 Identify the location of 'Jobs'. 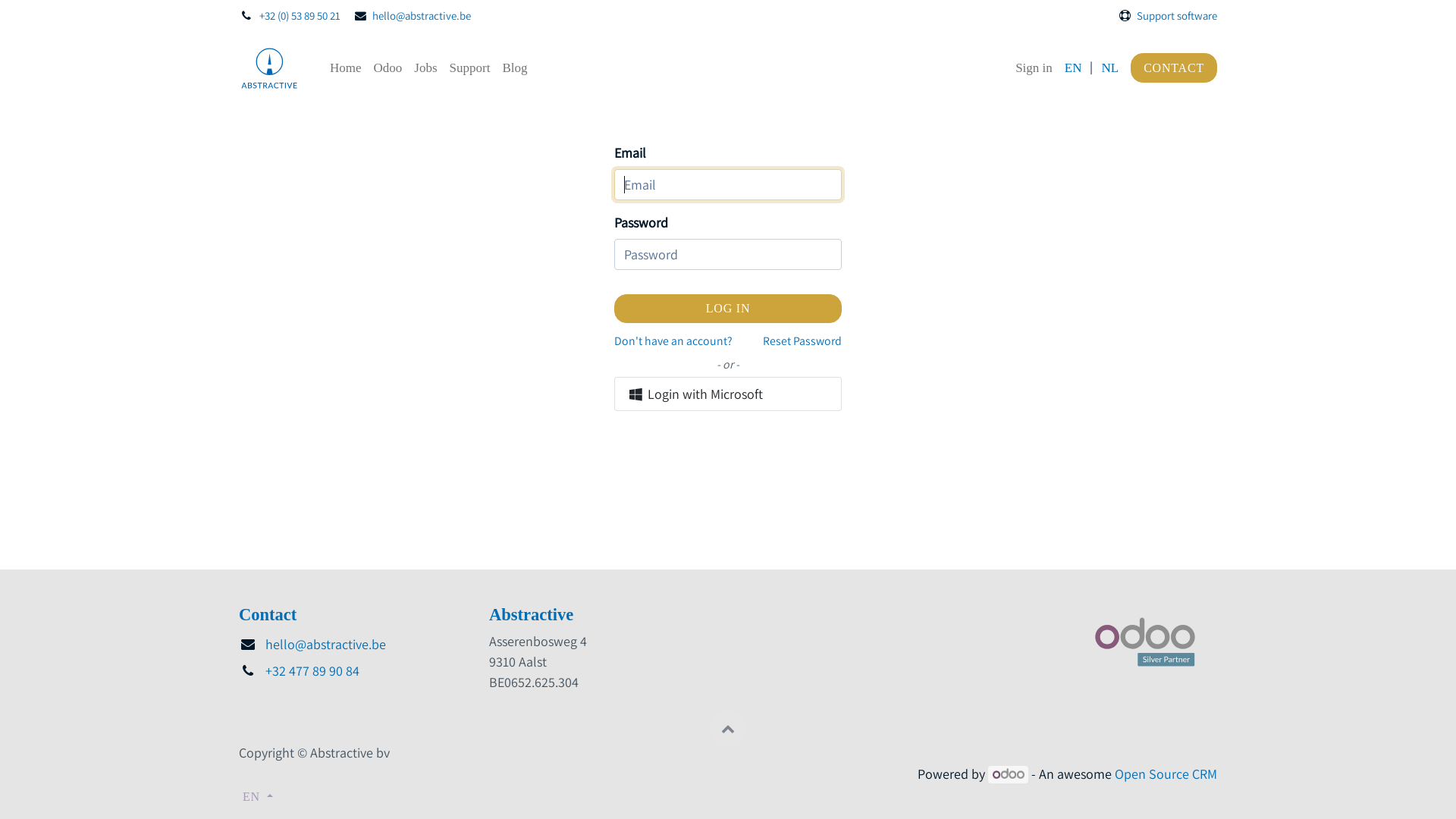
(425, 67).